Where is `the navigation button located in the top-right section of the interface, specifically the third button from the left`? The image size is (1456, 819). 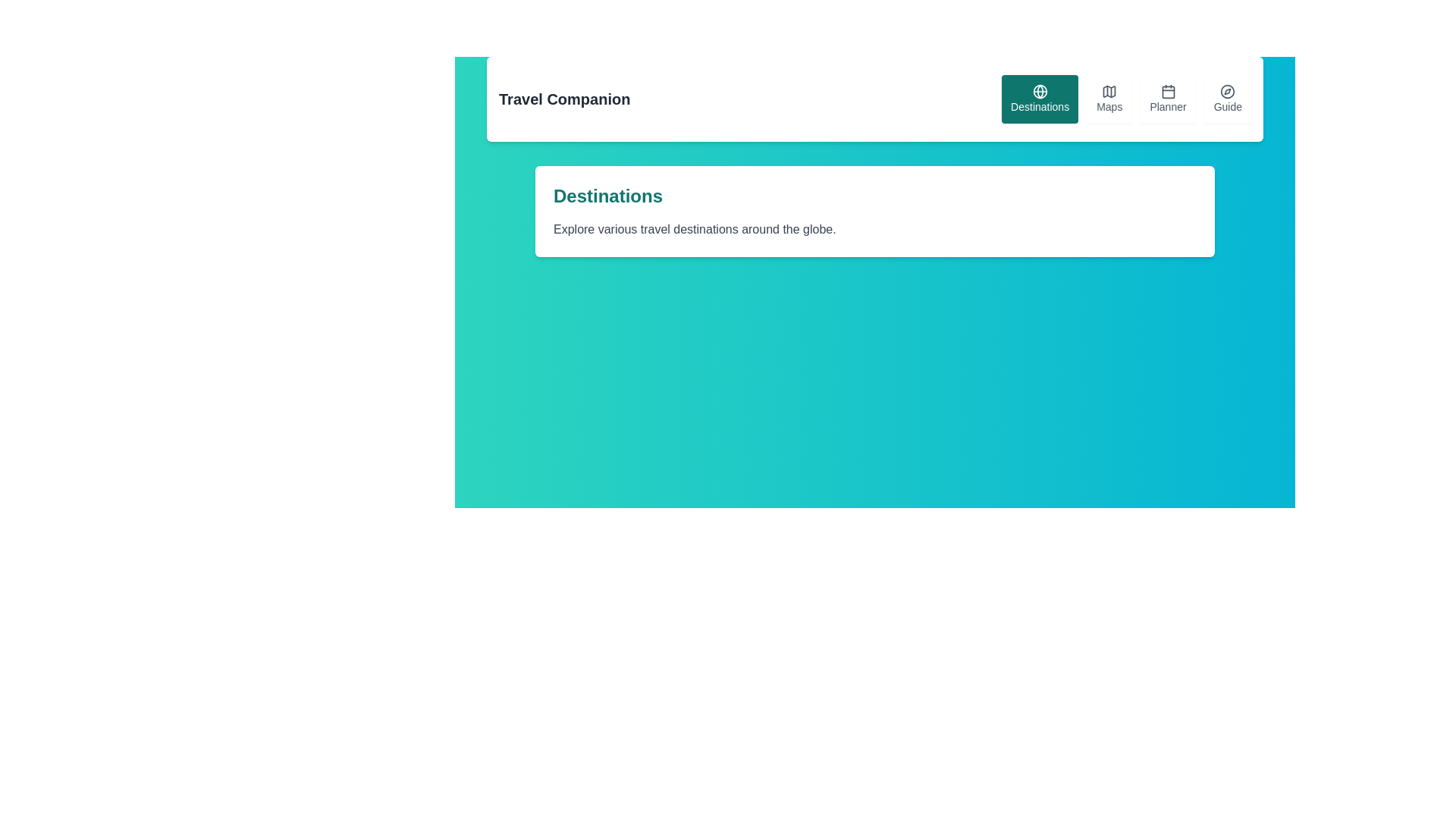 the navigation button located in the top-right section of the interface, specifically the third button from the left is located at coordinates (1167, 99).